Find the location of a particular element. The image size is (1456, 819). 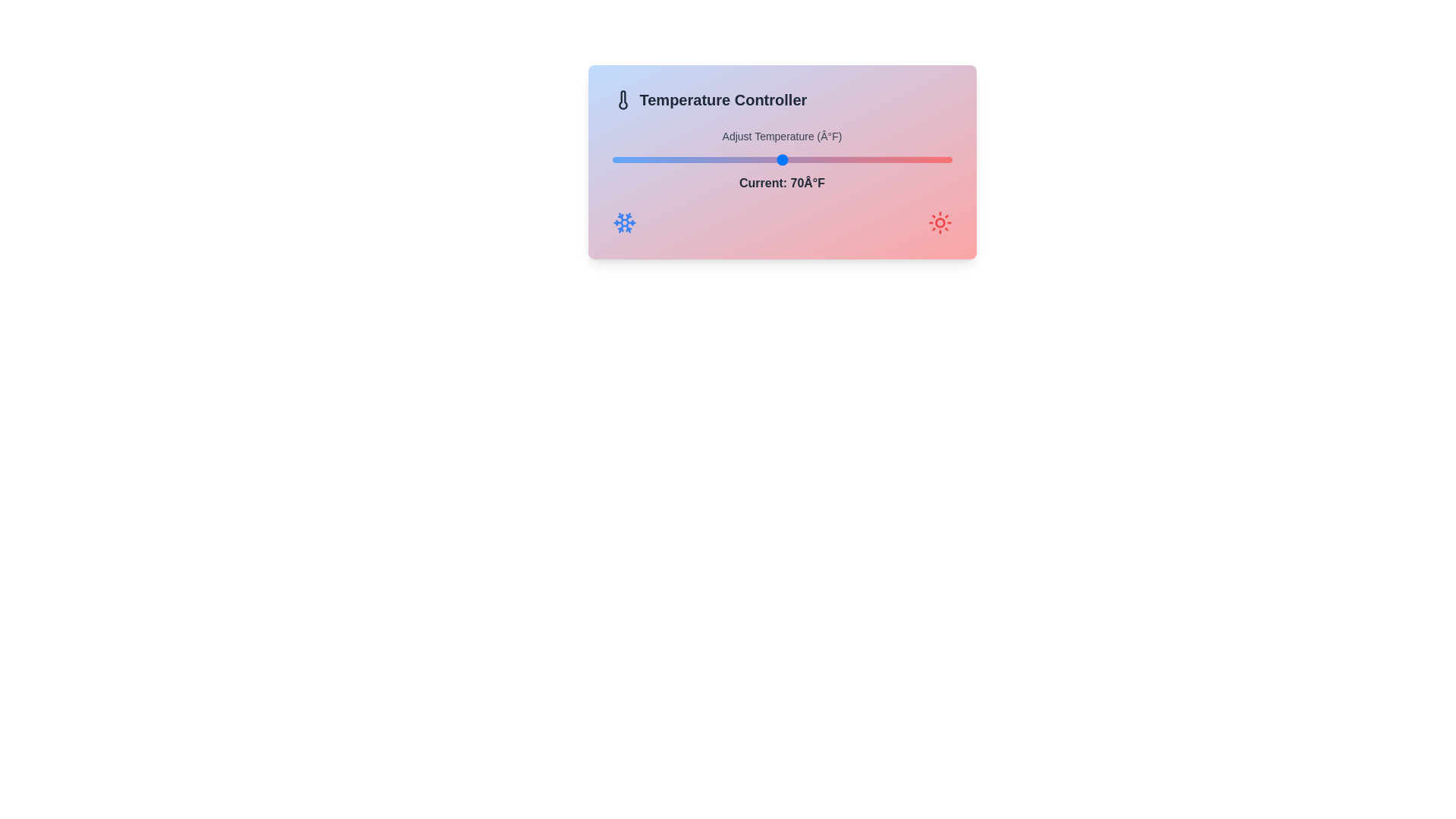

the temperature to 77 degrees Fahrenheit using the slider is located at coordinates (840, 160).